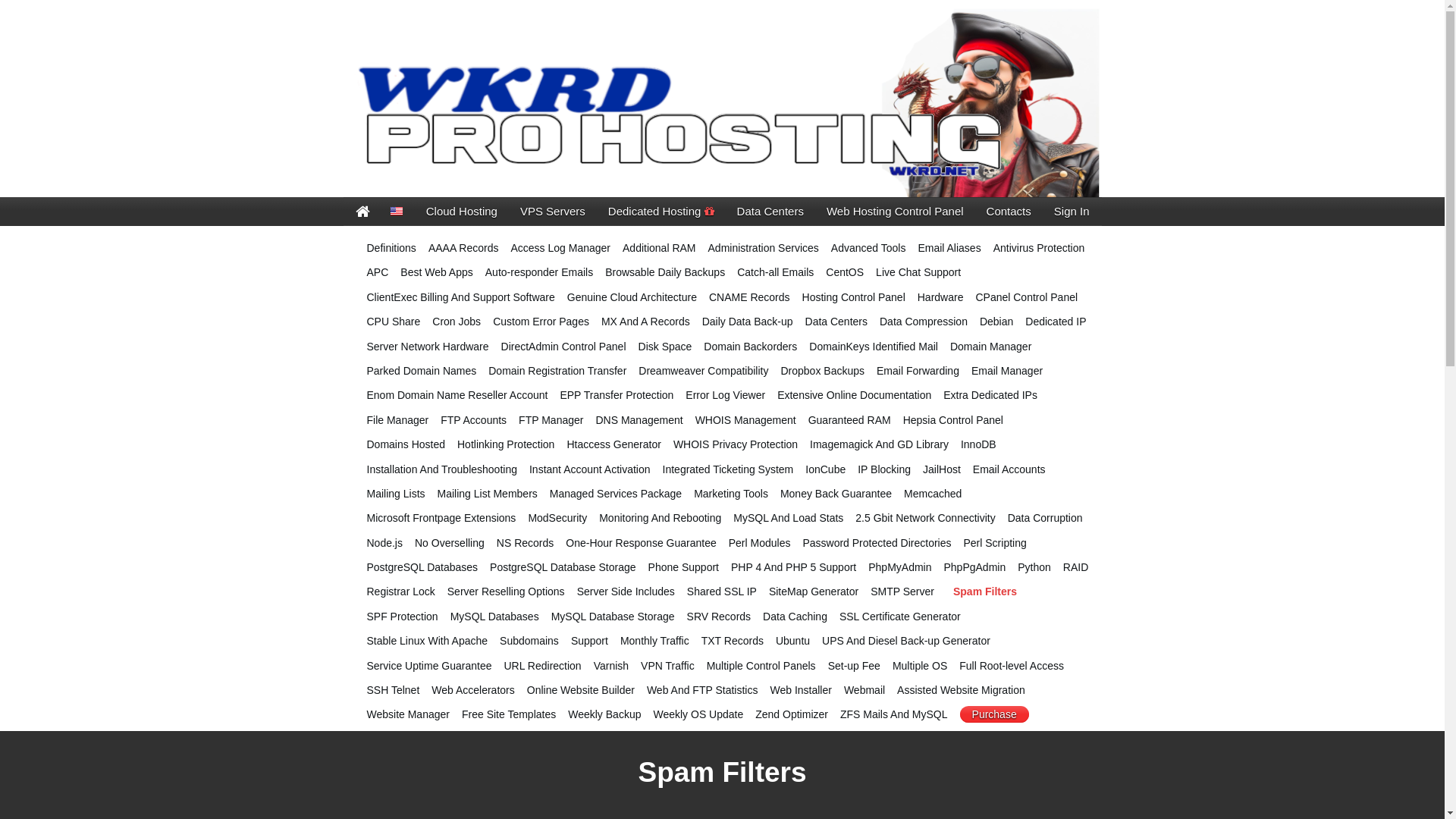 The width and height of the screenshot is (1456, 819). What do you see at coordinates (858, 468) in the screenshot?
I see `'IP Blocking'` at bounding box center [858, 468].